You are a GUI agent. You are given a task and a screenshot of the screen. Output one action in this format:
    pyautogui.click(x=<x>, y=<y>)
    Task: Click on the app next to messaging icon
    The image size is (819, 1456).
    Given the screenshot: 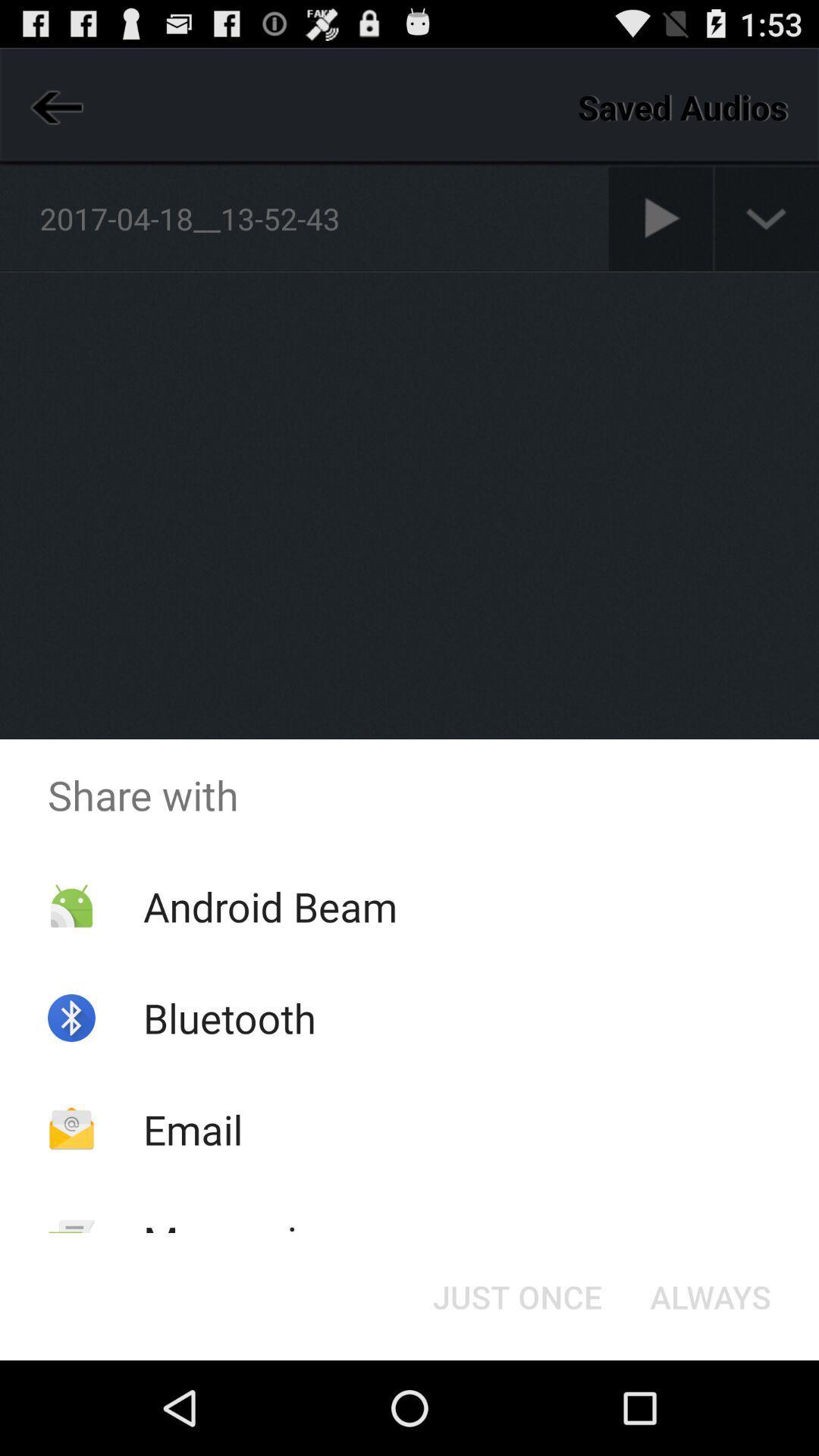 What is the action you would take?
    pyautogui.click(x=516, y=1295)
    